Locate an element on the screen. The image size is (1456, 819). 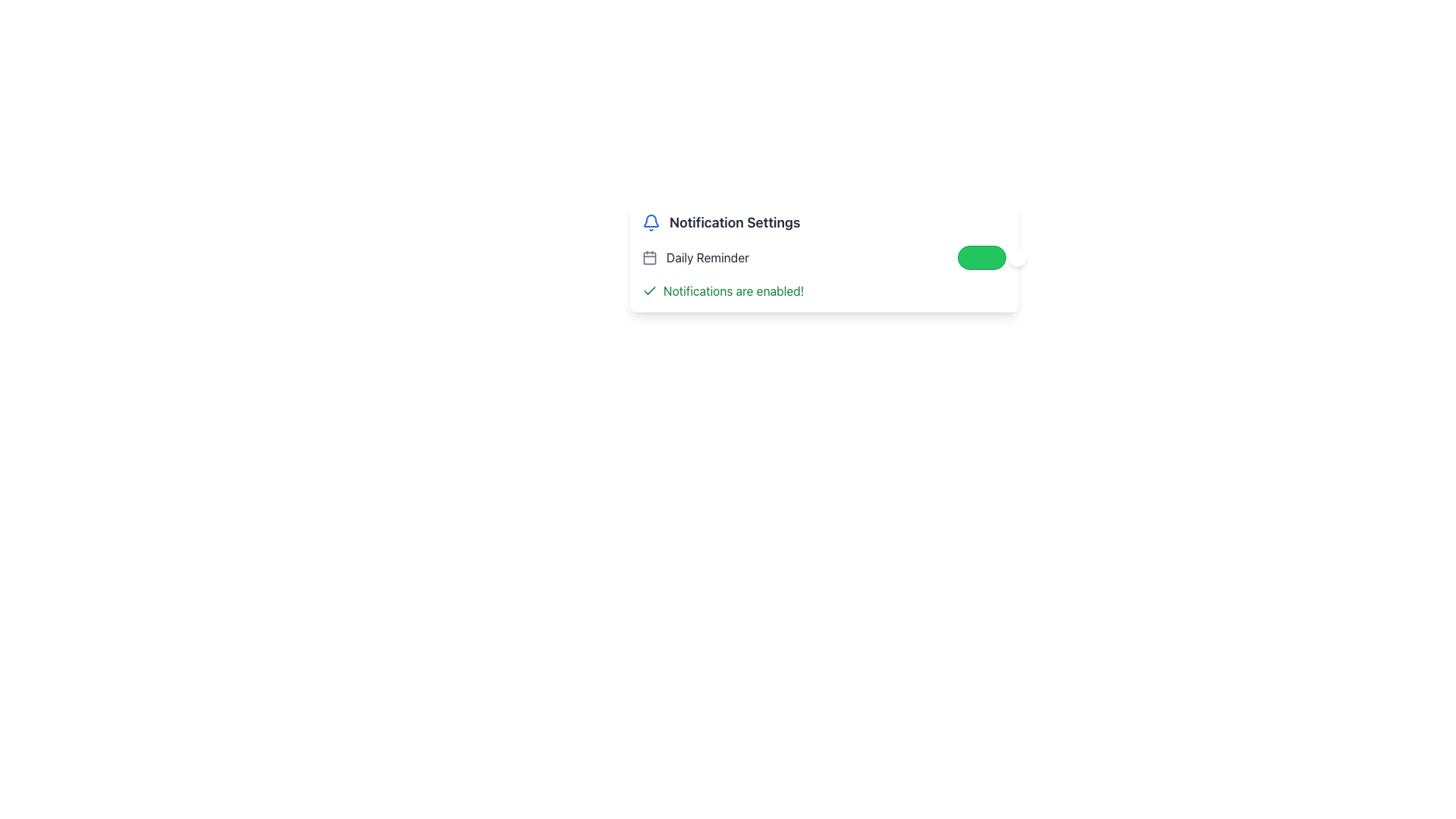
the green checkmark icon indicating that notifications are enabled, which is located to the left of the text 'Notifications are enabled!' in the notification settings area is located at coordinates (650, 291).